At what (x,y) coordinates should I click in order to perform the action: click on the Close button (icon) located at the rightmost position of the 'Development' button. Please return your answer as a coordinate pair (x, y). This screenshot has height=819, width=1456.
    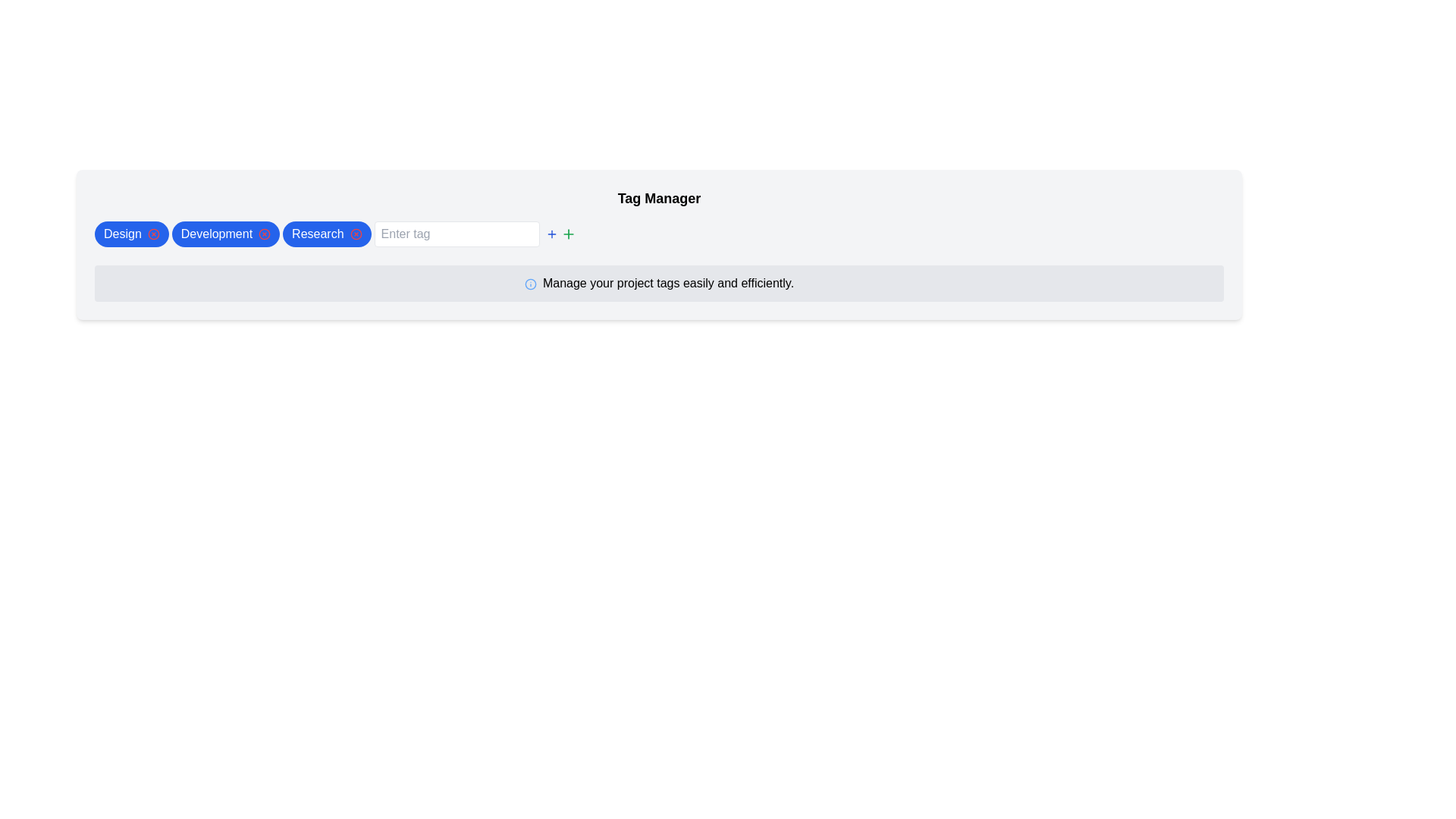
    Looking at the image, I should click on (265, 234).